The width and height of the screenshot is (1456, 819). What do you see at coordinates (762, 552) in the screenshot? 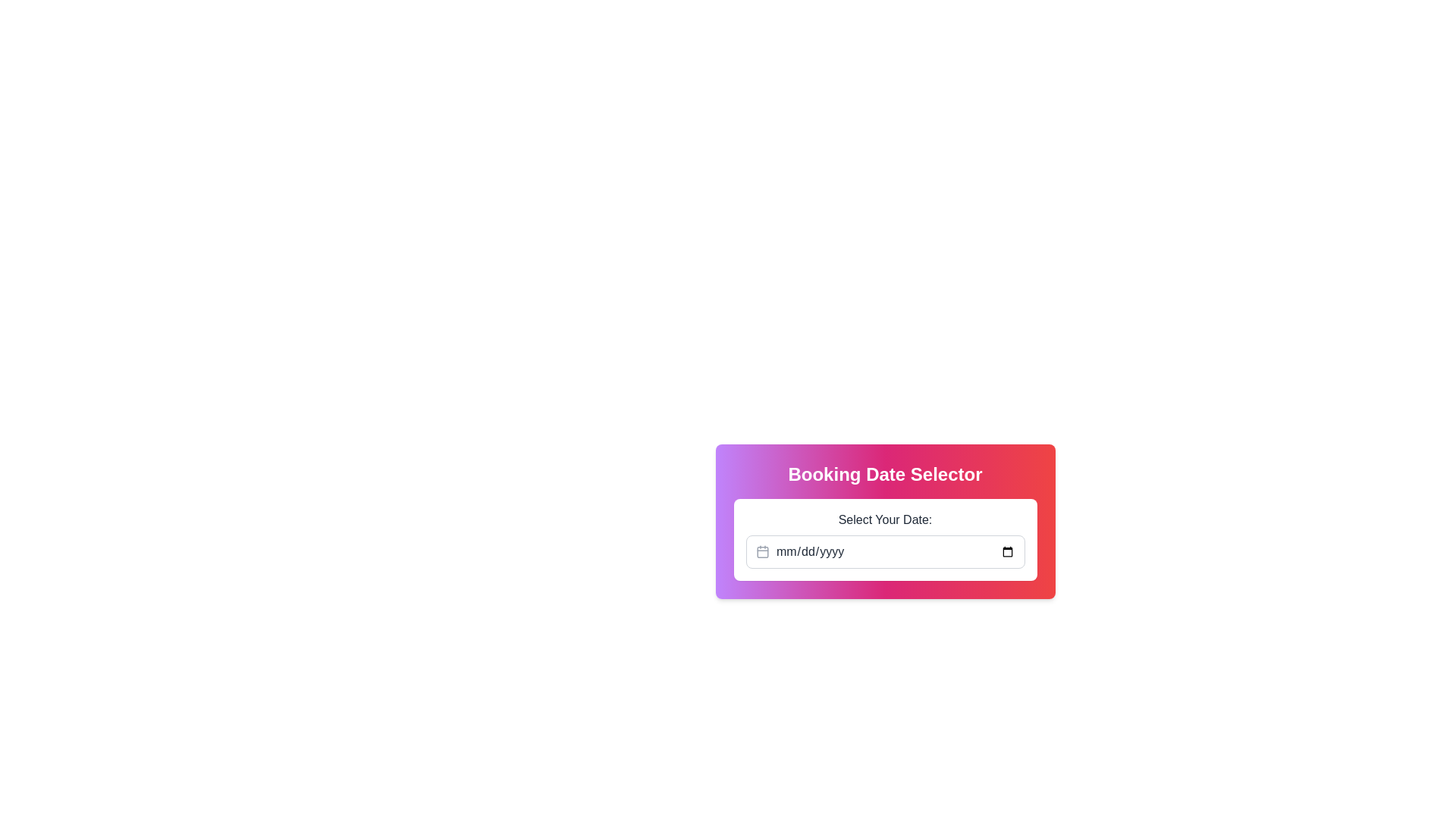
I see `the small calendar icon located on the left side of the 'mm/dd/yyyy' text input in the 'Booking Date Selector' interface` at bounding box center [762, 552].